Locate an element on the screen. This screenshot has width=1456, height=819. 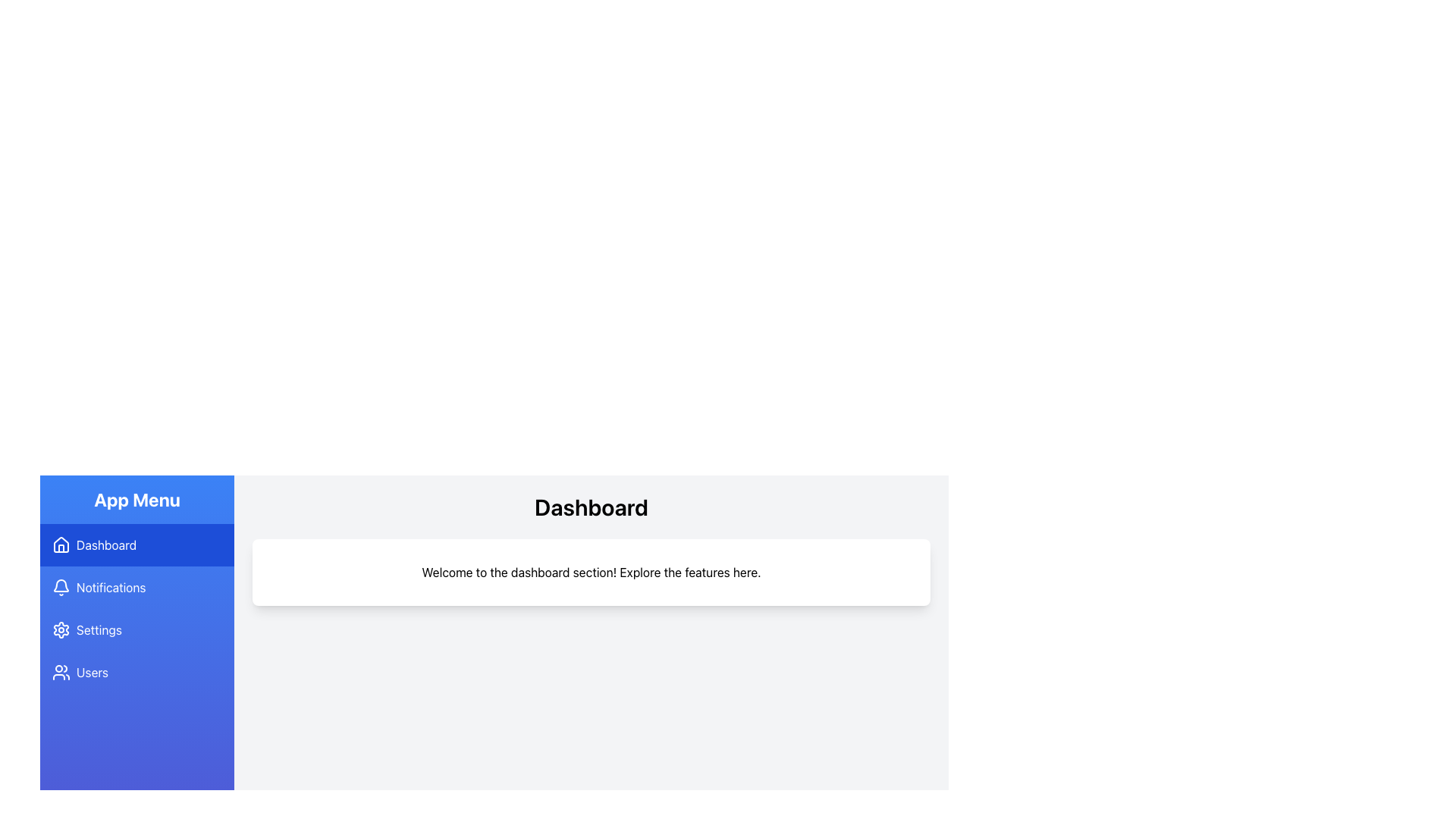
the Text Label indicating notifications, which is located in the left-hand sidebar below 'Dashboard' and above 'Settings' in the App Menu is located at coordinates (110, 587).